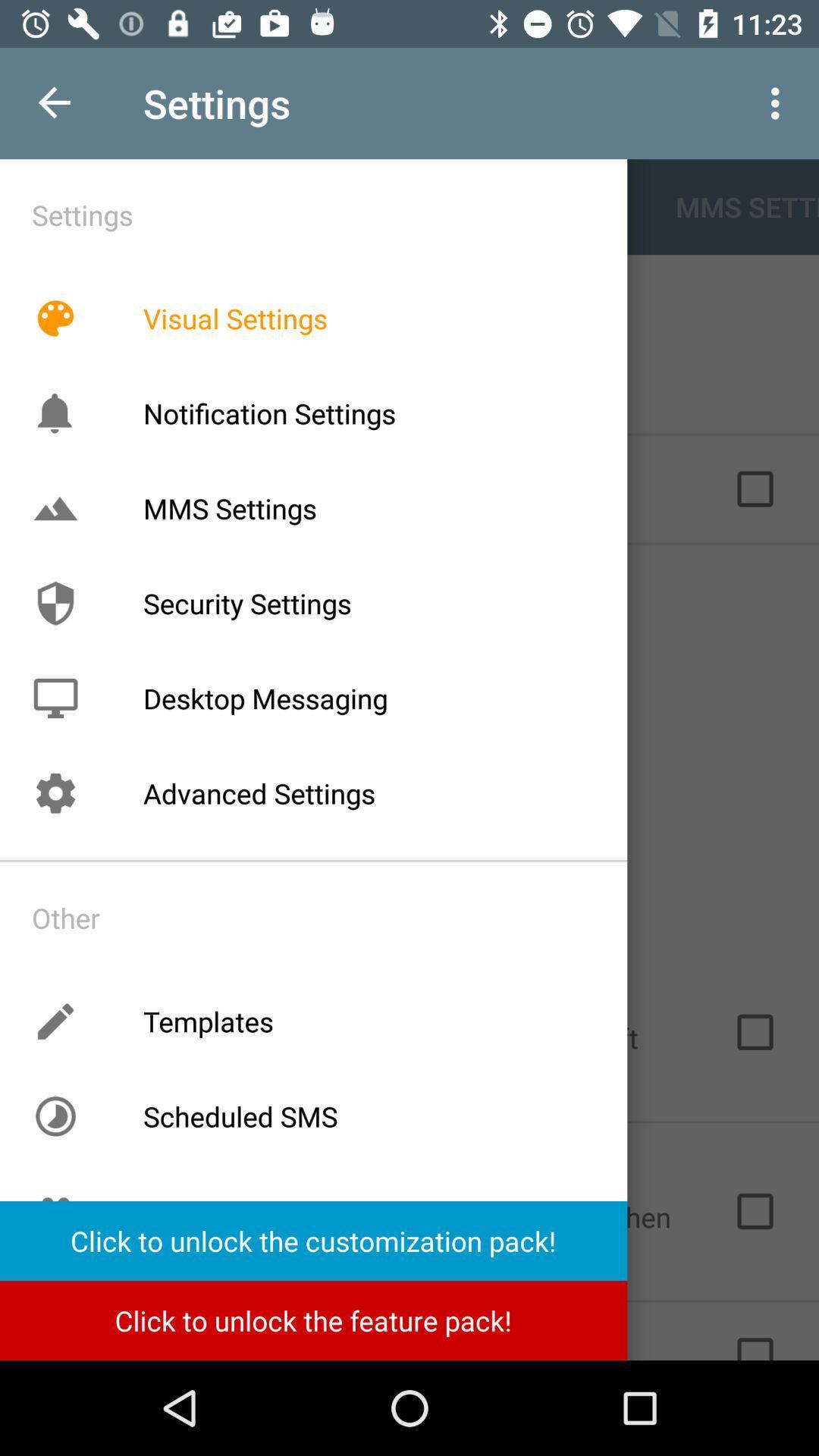 Image resolution: width=819 pixels, height=1456 pixels. I want to click on the 3 vertical dots at the top right corner of the page, so click(779, 103).